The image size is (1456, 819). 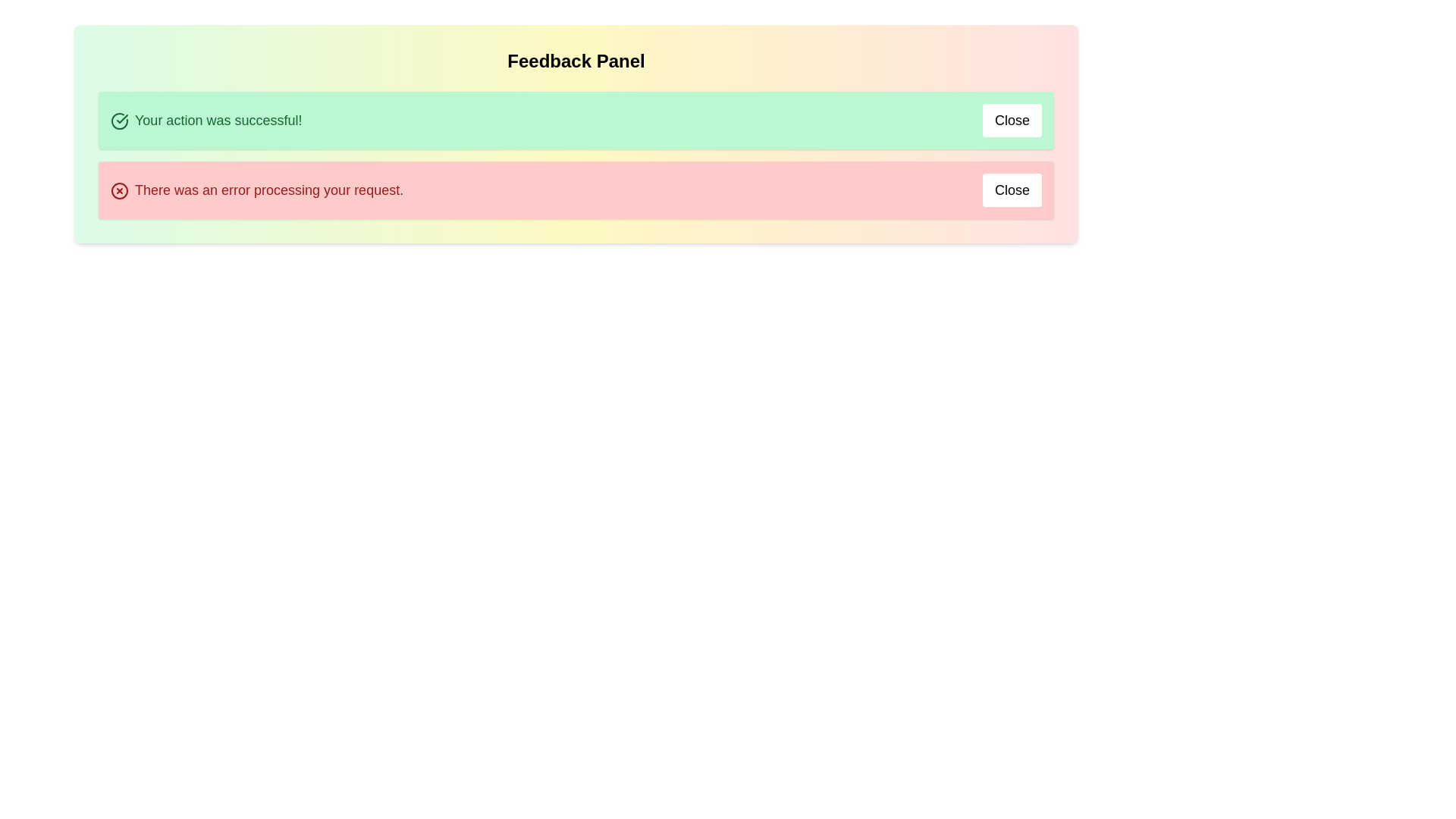 I want to click on the error icon located at the leftmost side of the red notification bar, which indicates an issue related to the message 'There was an error processing your request.', so click(x=119, y=190).